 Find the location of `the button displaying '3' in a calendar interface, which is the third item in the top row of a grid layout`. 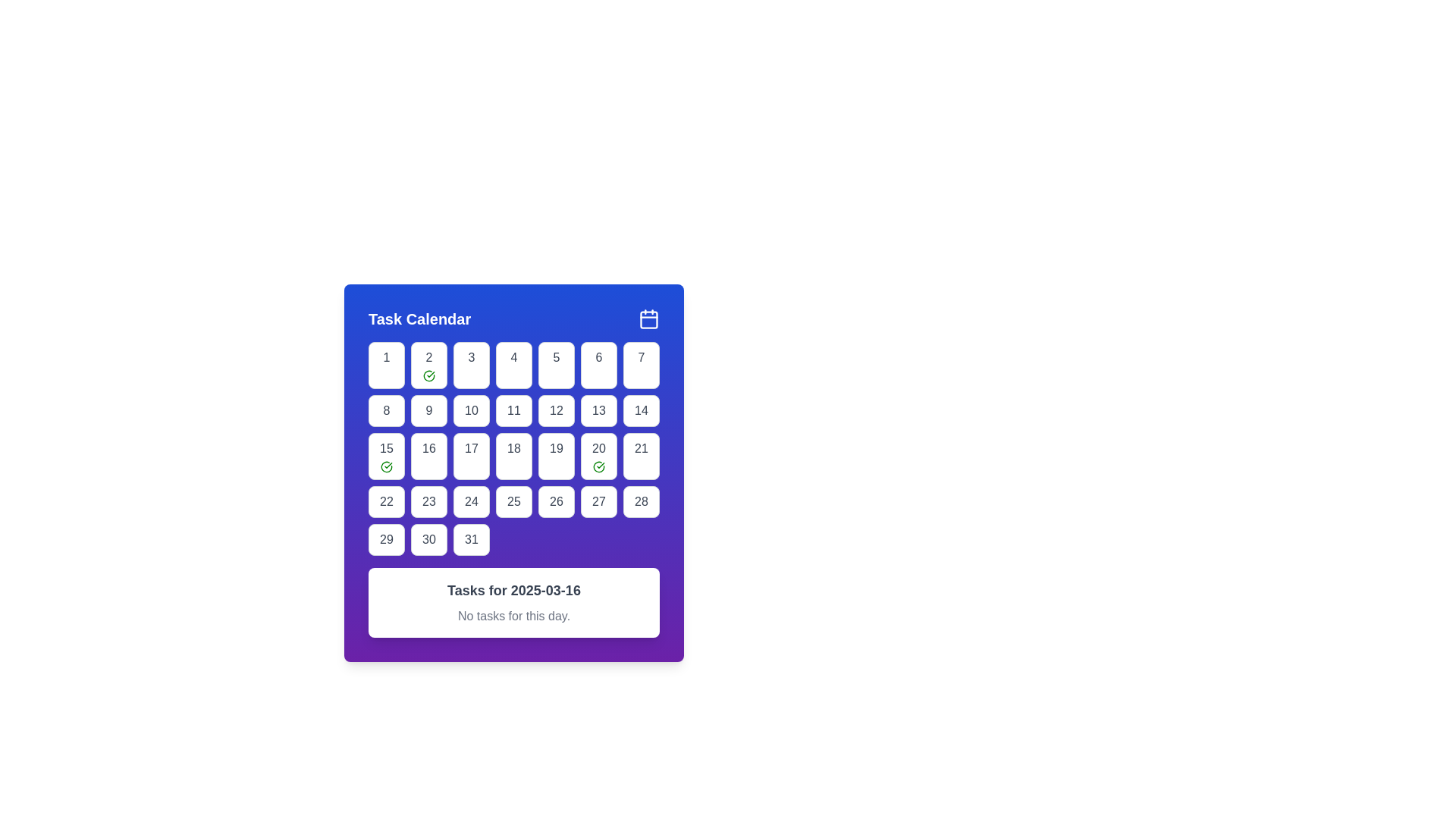

the button displaying '3' in a calendar interface, which is the third item in the top row of a grid layout is located at coordinates (471, 366).